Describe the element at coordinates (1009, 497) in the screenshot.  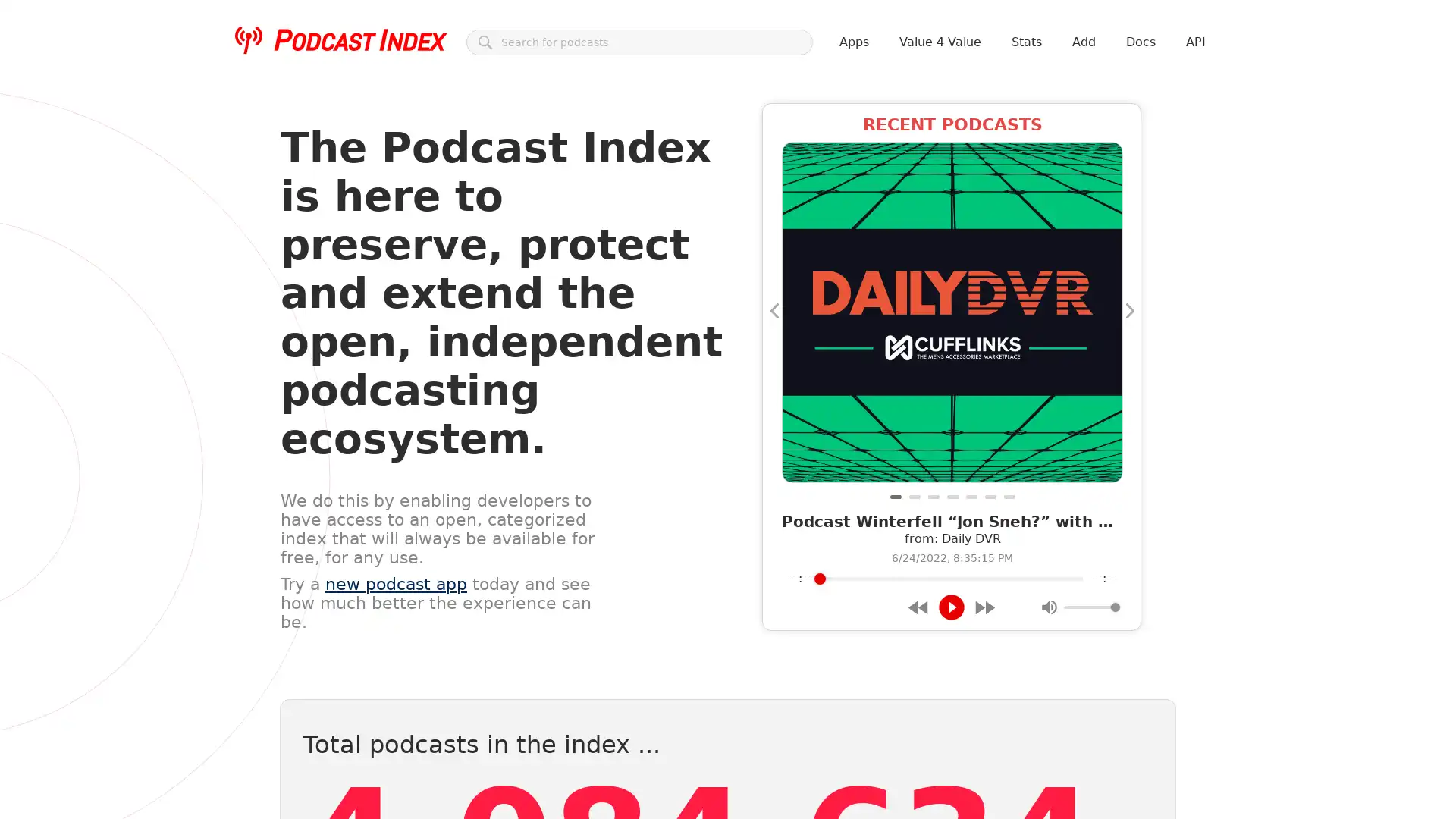
I see `Full Episode - 1347` at that location.